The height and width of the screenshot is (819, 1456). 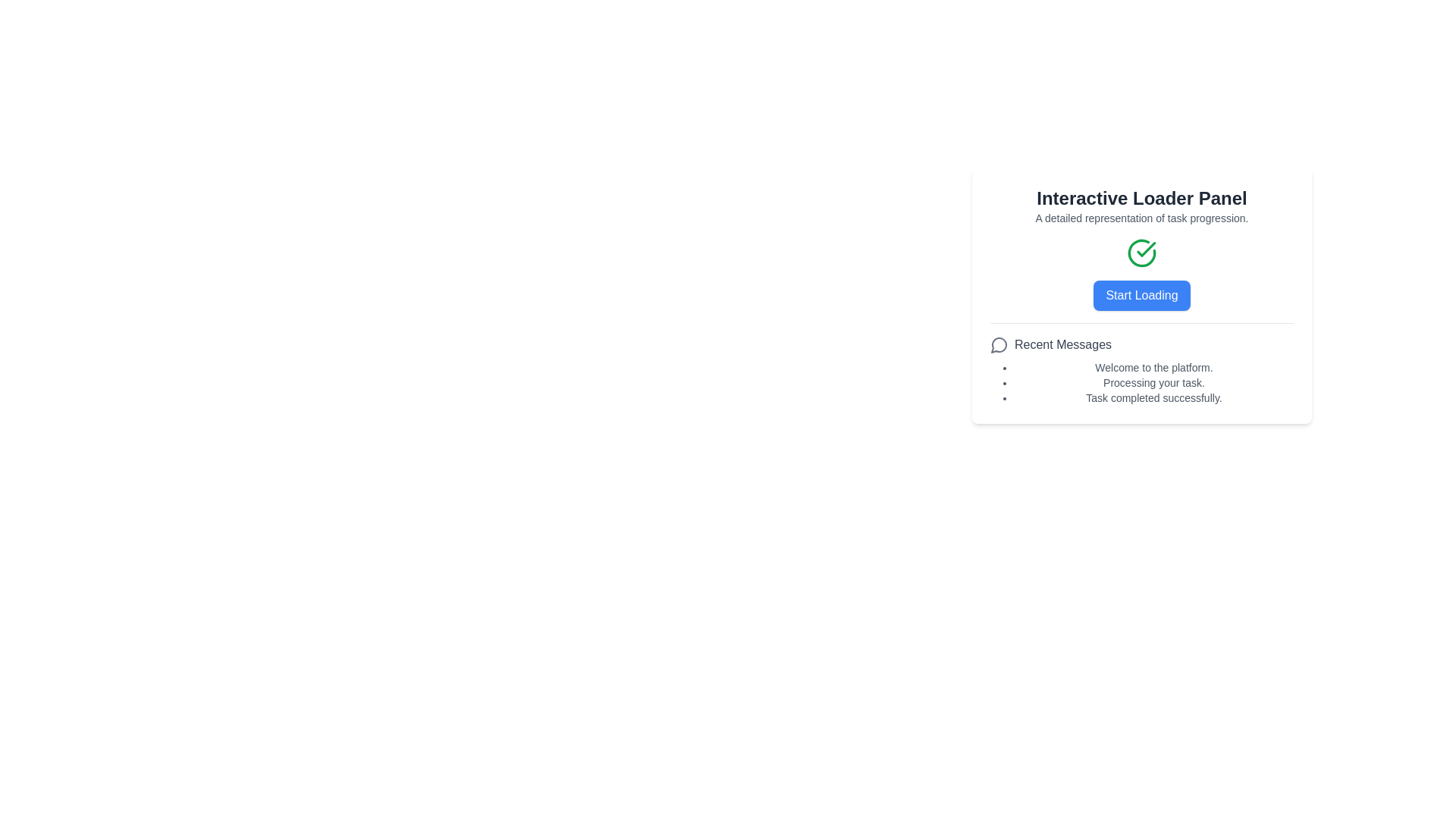 I want to click on the 'Start Loading' button, so click(x=1142, y=275).